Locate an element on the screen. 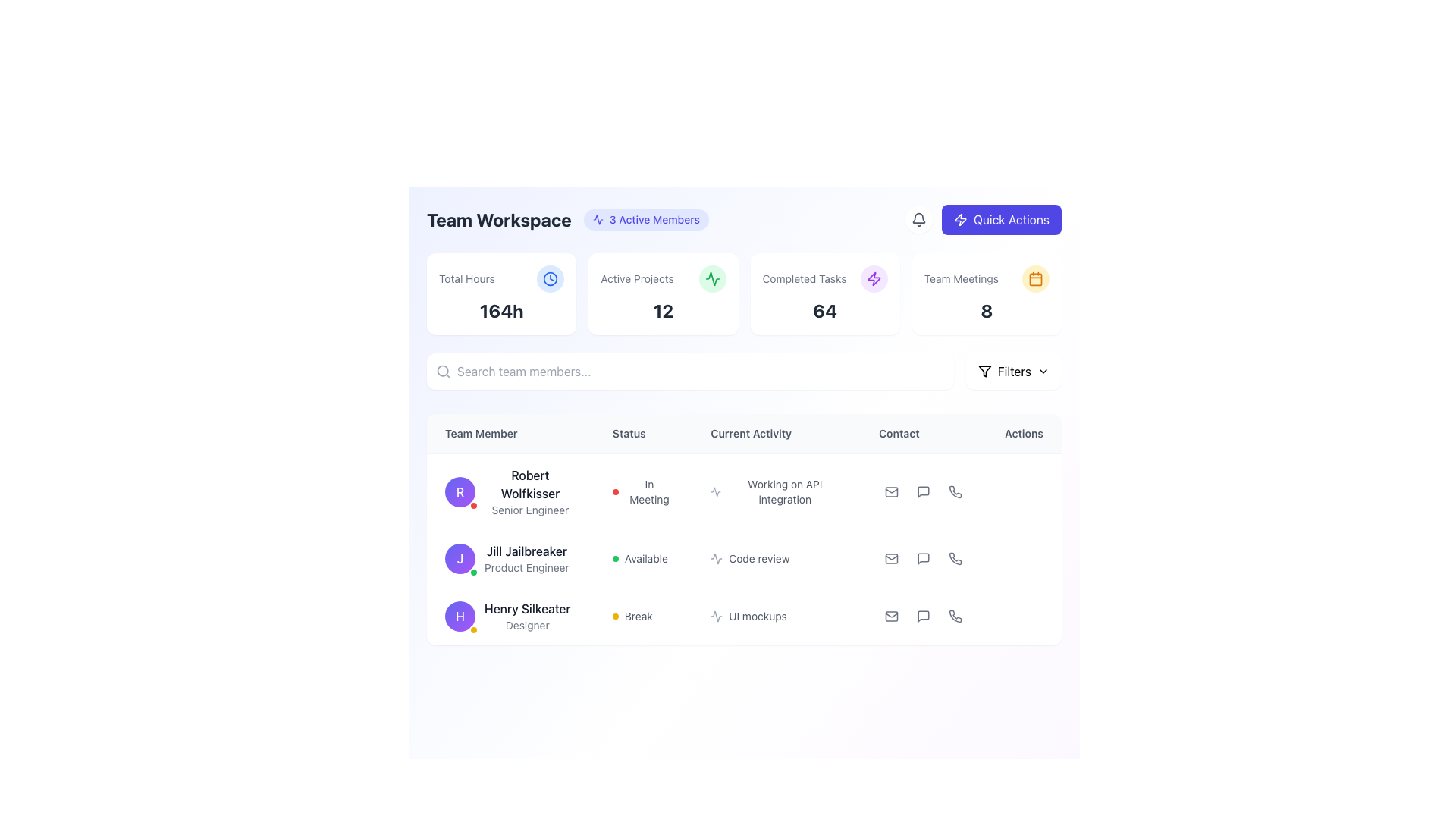 The width and height of the screenshot is (1456, 819). the IconButton located in the rightmost section of the 'Actions' column for the row corresponding to 'Robert Wolfkisser' is located at coordinates (1024, 491).